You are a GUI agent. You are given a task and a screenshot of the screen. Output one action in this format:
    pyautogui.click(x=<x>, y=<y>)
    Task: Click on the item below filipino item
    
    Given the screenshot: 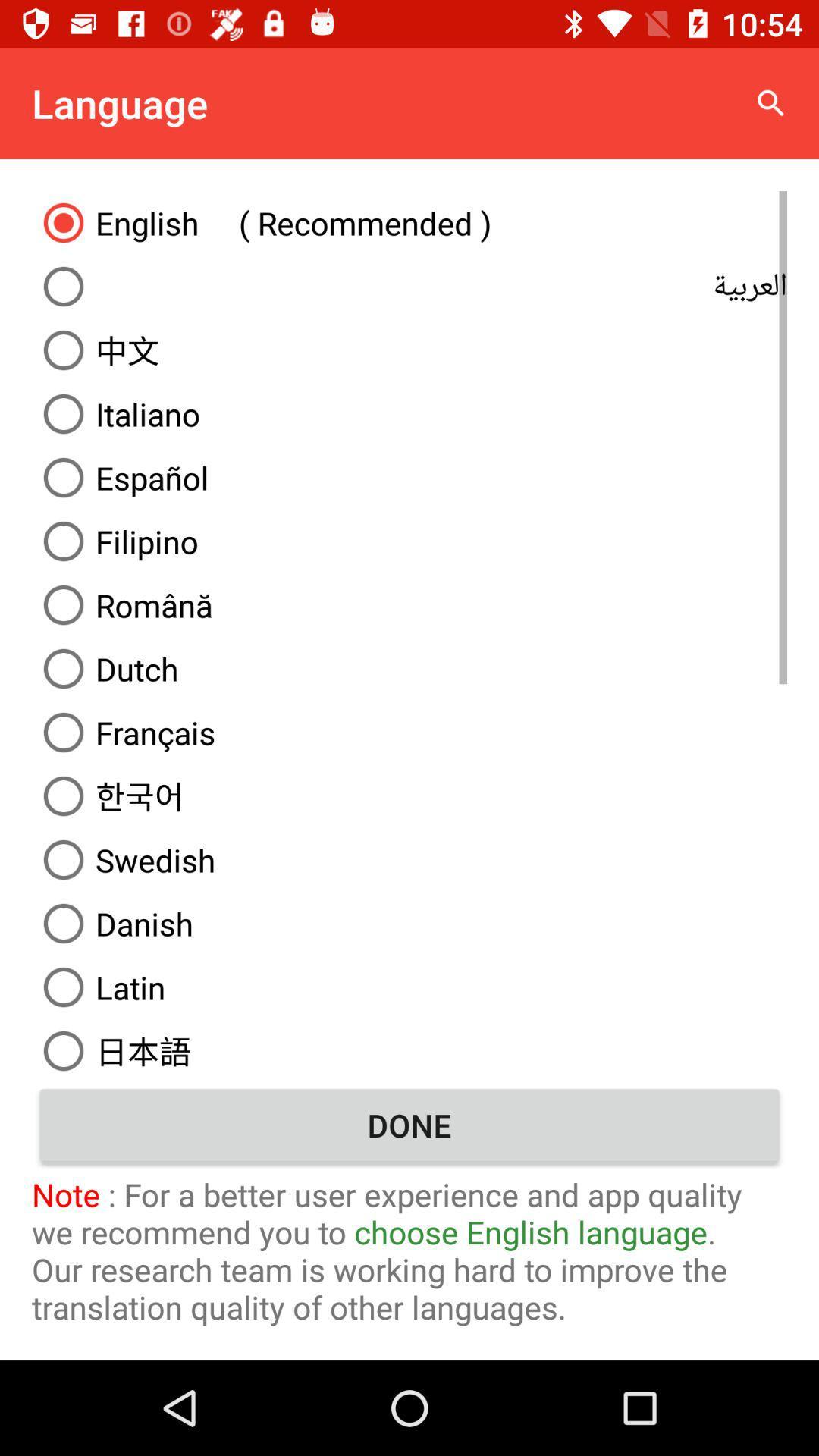 What is the action you would take?
    pyautogui.click(x=409, y=604)
    